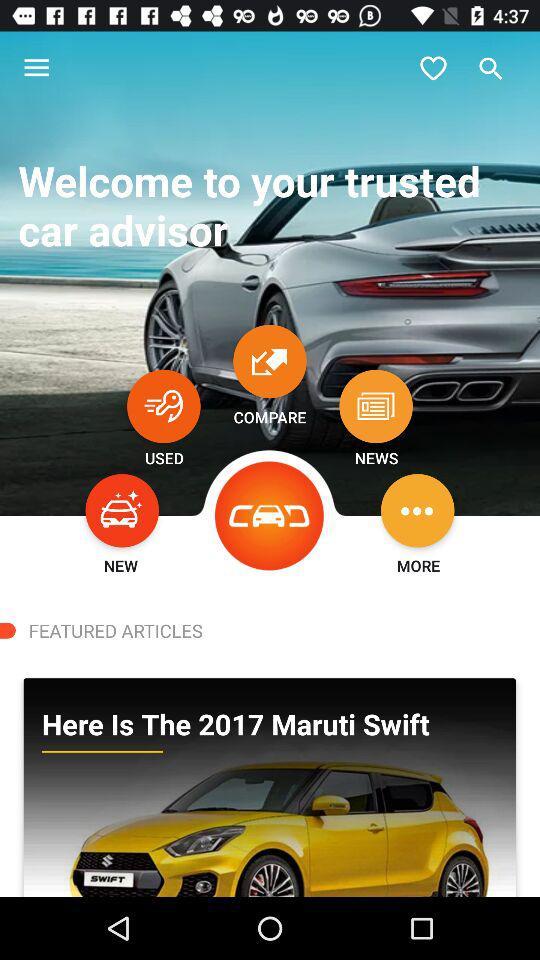 The image size is (540, 960). What do you see at coordinates (162, 405) in the screenshot?
I see `open used cars` at bounding box center [162, 405].